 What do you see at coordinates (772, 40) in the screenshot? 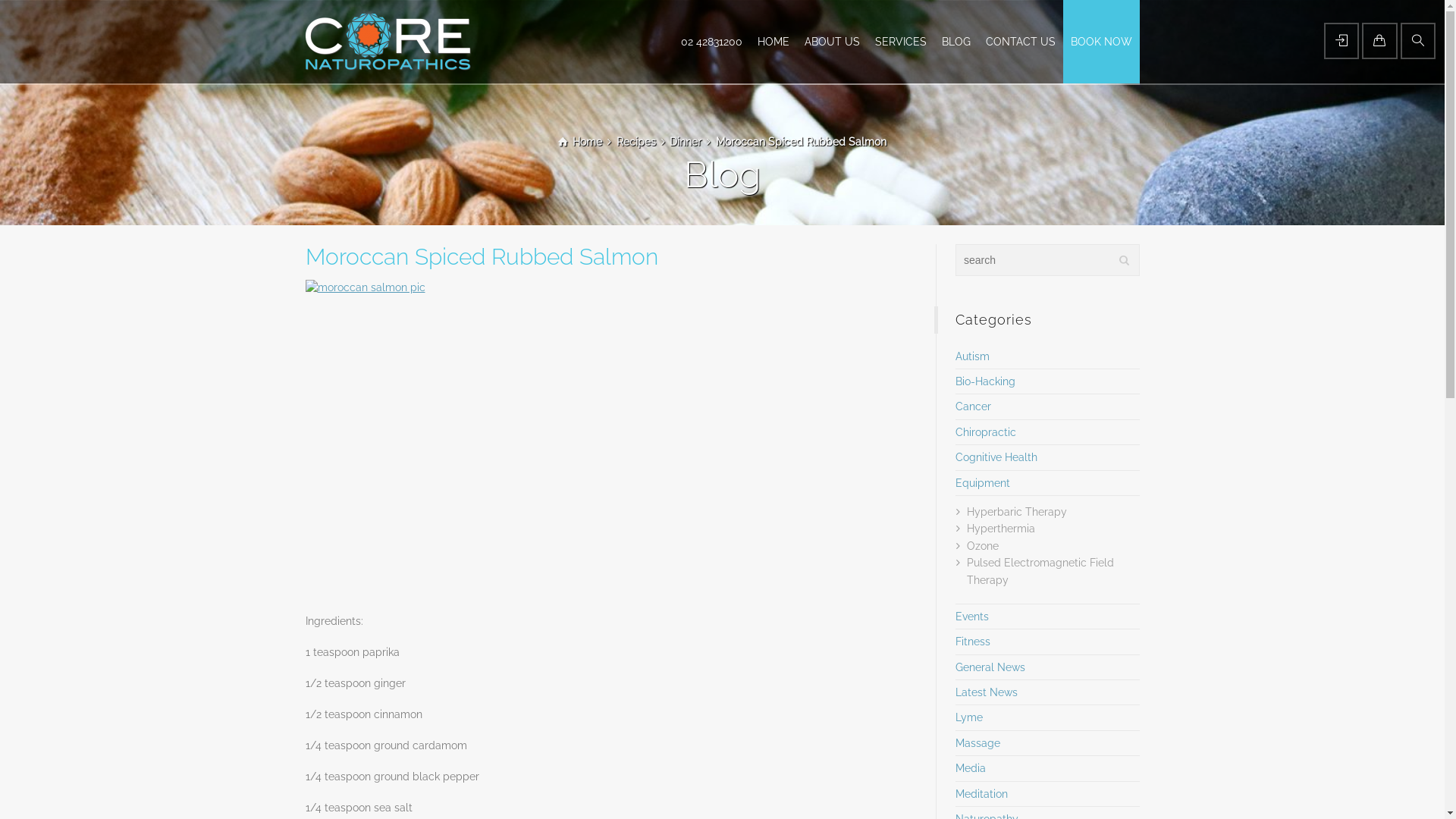
I see `'HOME'` at bounding box center [772, 40].